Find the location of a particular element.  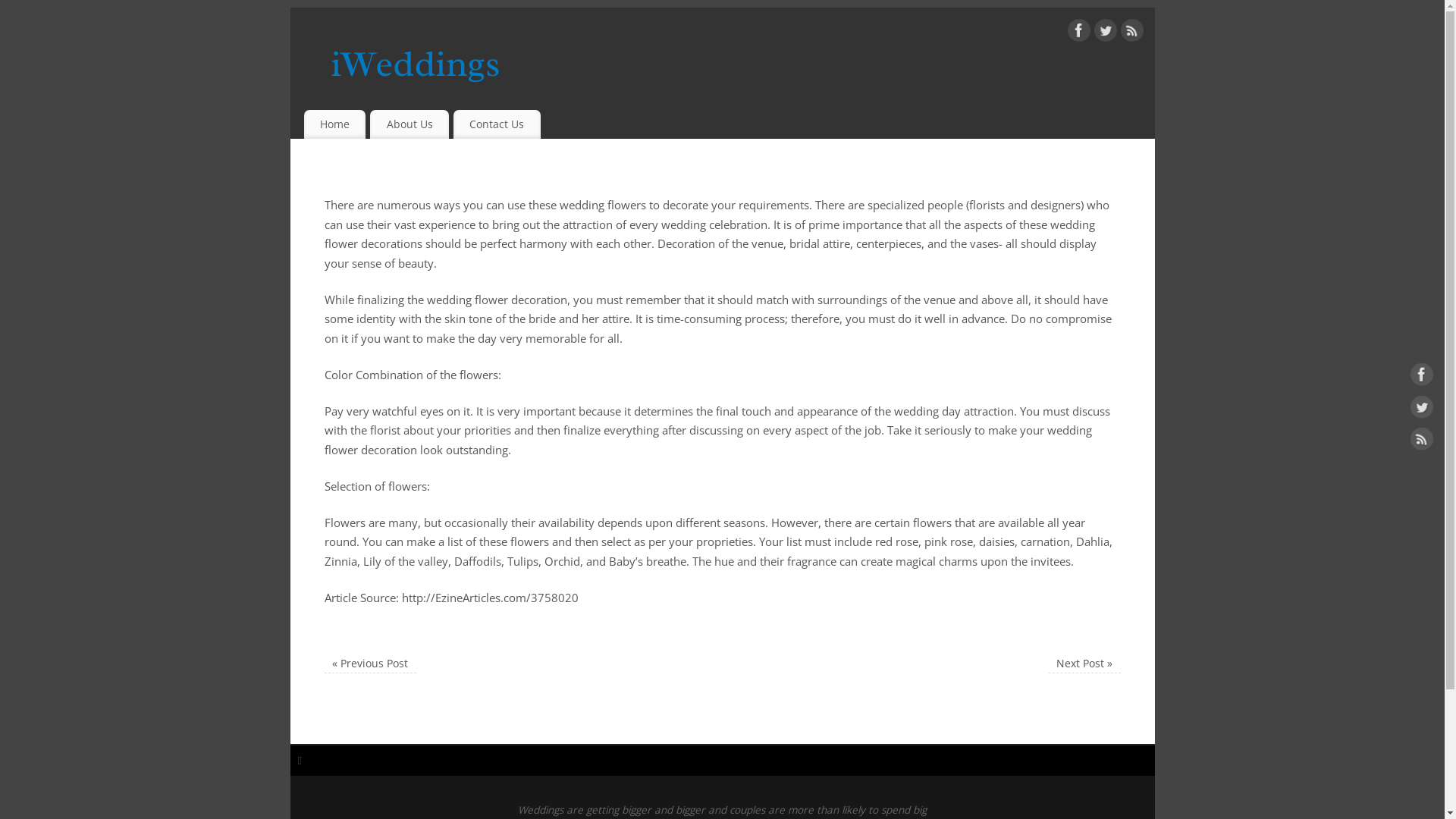

'RSS' is located at coordinates (1421, 441).